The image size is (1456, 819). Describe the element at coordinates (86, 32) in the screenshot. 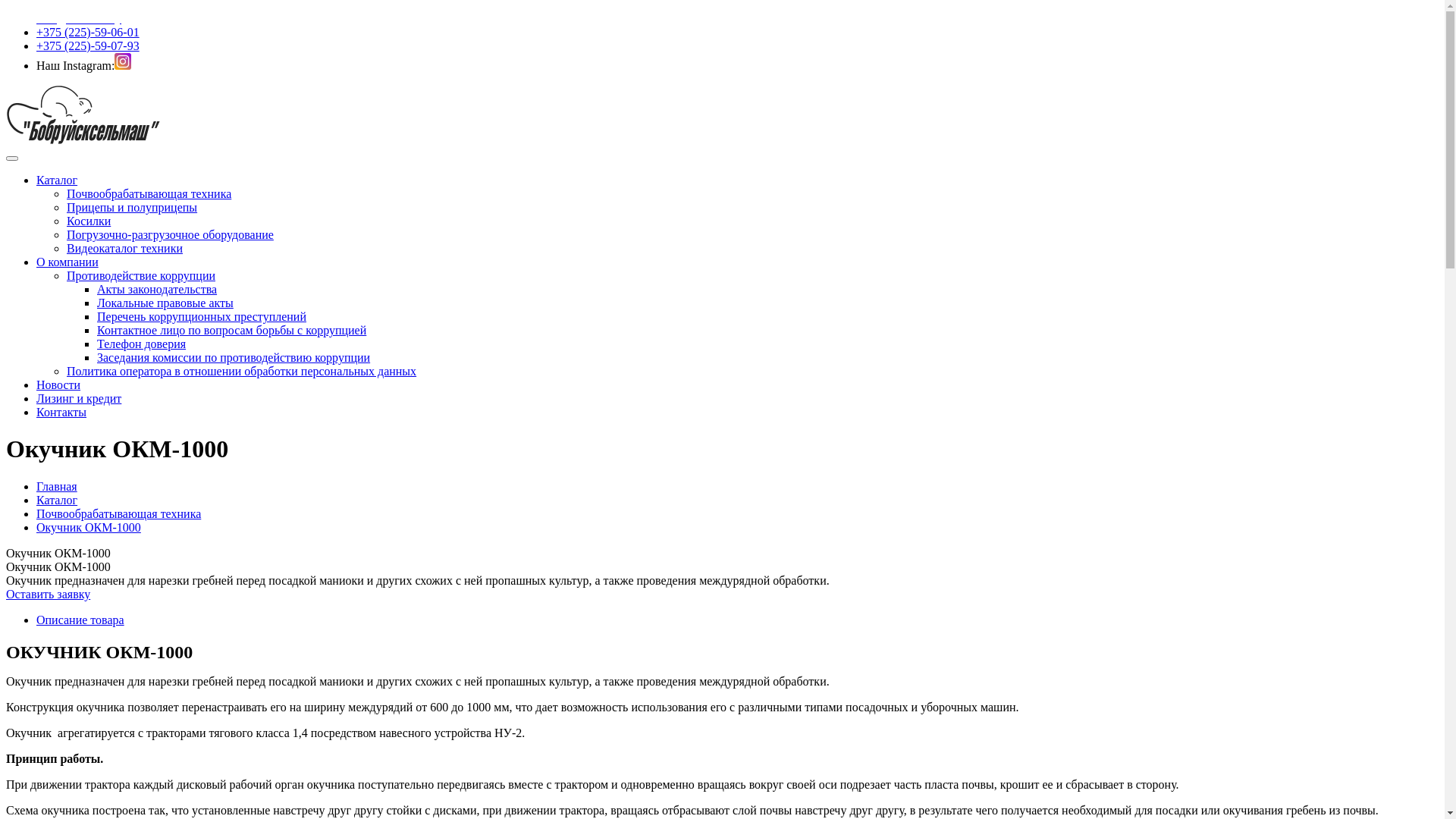

I see `'+375 (225)-59-06-01'` at that location.